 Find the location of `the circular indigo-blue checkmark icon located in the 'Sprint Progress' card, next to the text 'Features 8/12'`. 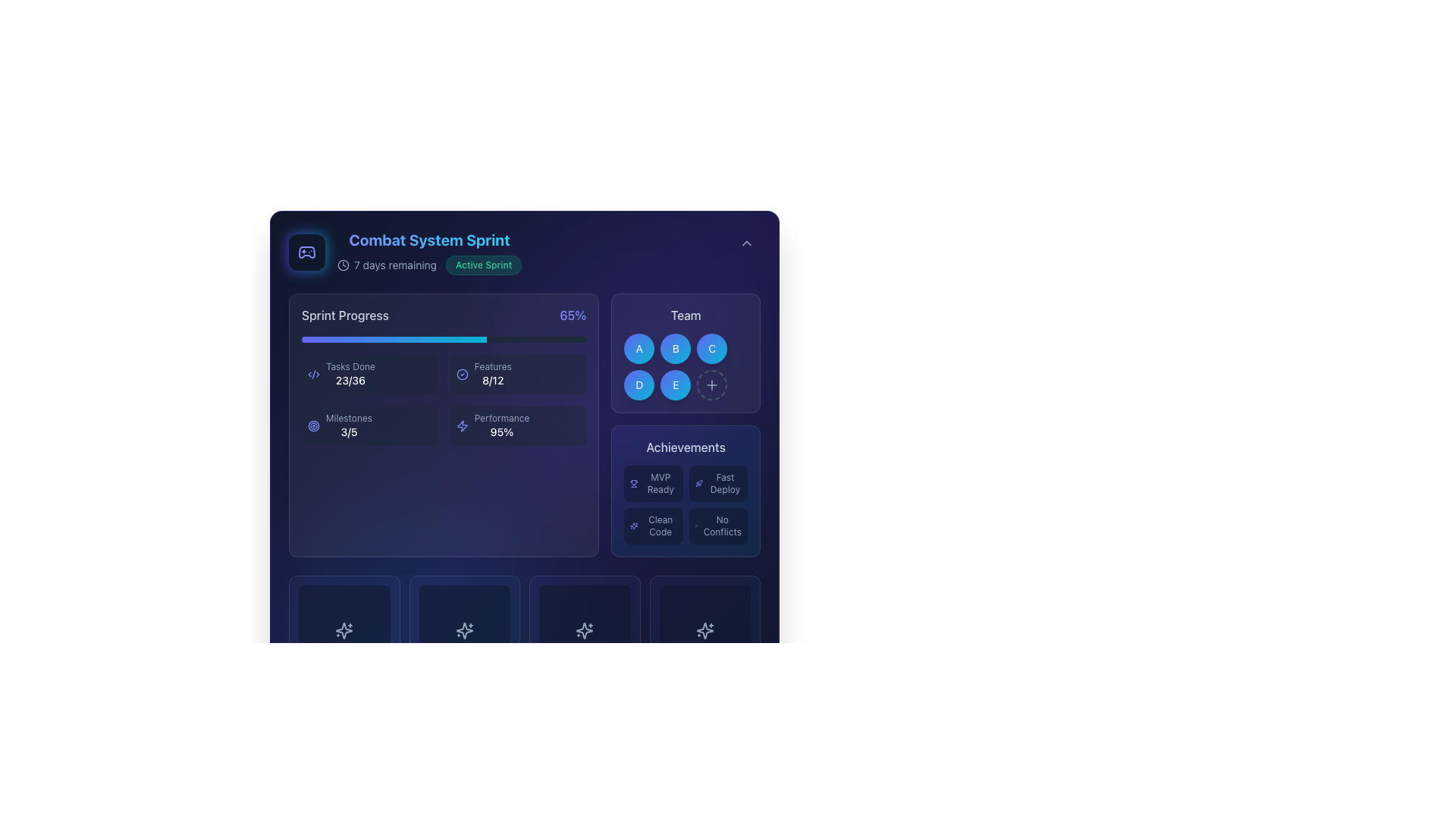

the circular indigo-blue checkmark icon located in the 'Sprint Progress' card, next to the text 'Features 8/12' is located at coordinates (461, 374).